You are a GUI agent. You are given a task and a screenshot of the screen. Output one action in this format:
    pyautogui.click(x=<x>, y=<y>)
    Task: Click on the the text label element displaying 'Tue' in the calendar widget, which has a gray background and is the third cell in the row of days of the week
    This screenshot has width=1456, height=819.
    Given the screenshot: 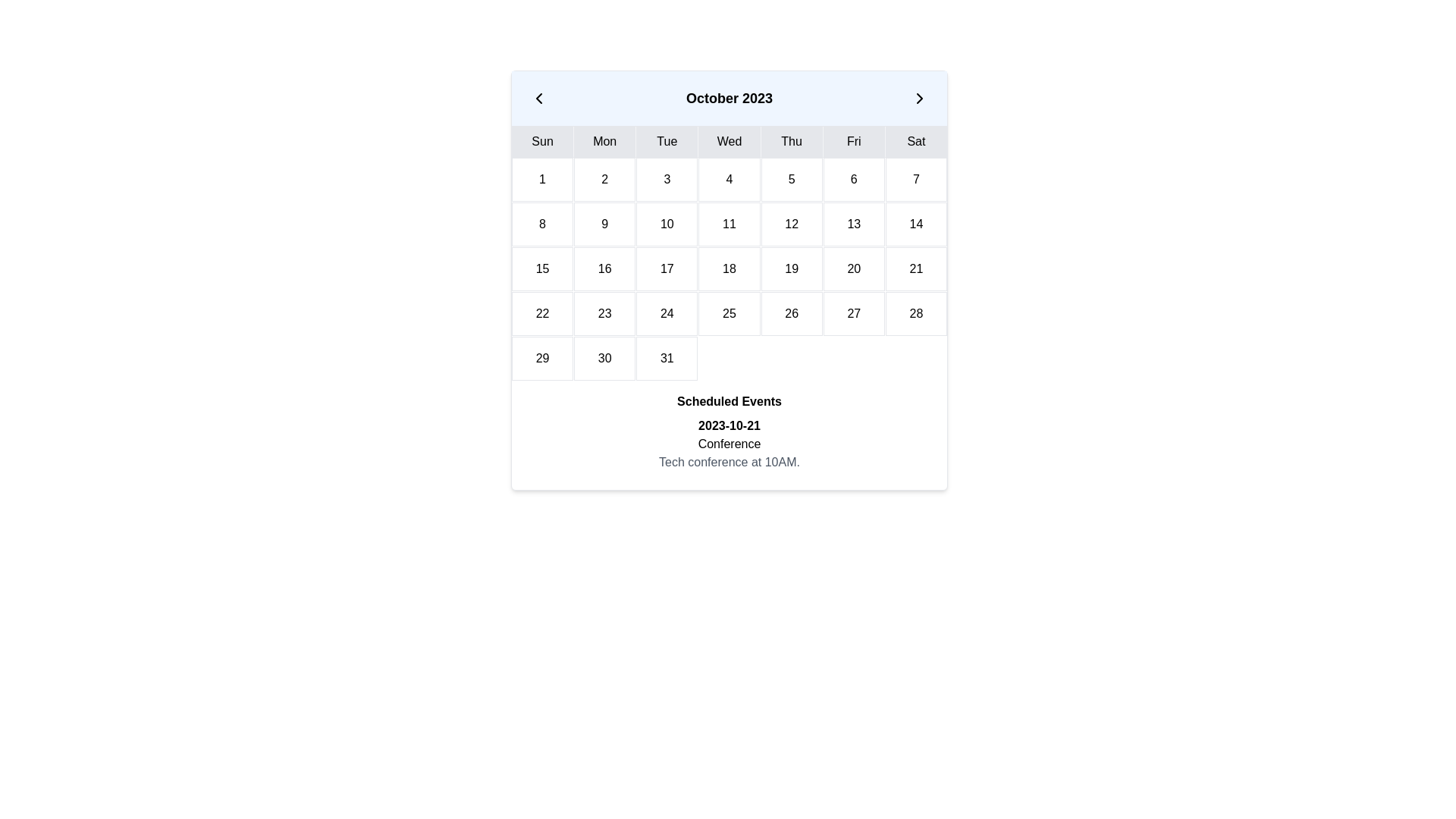 What is the action you would take?
    pyautogui.click(x=667, y=141)
    